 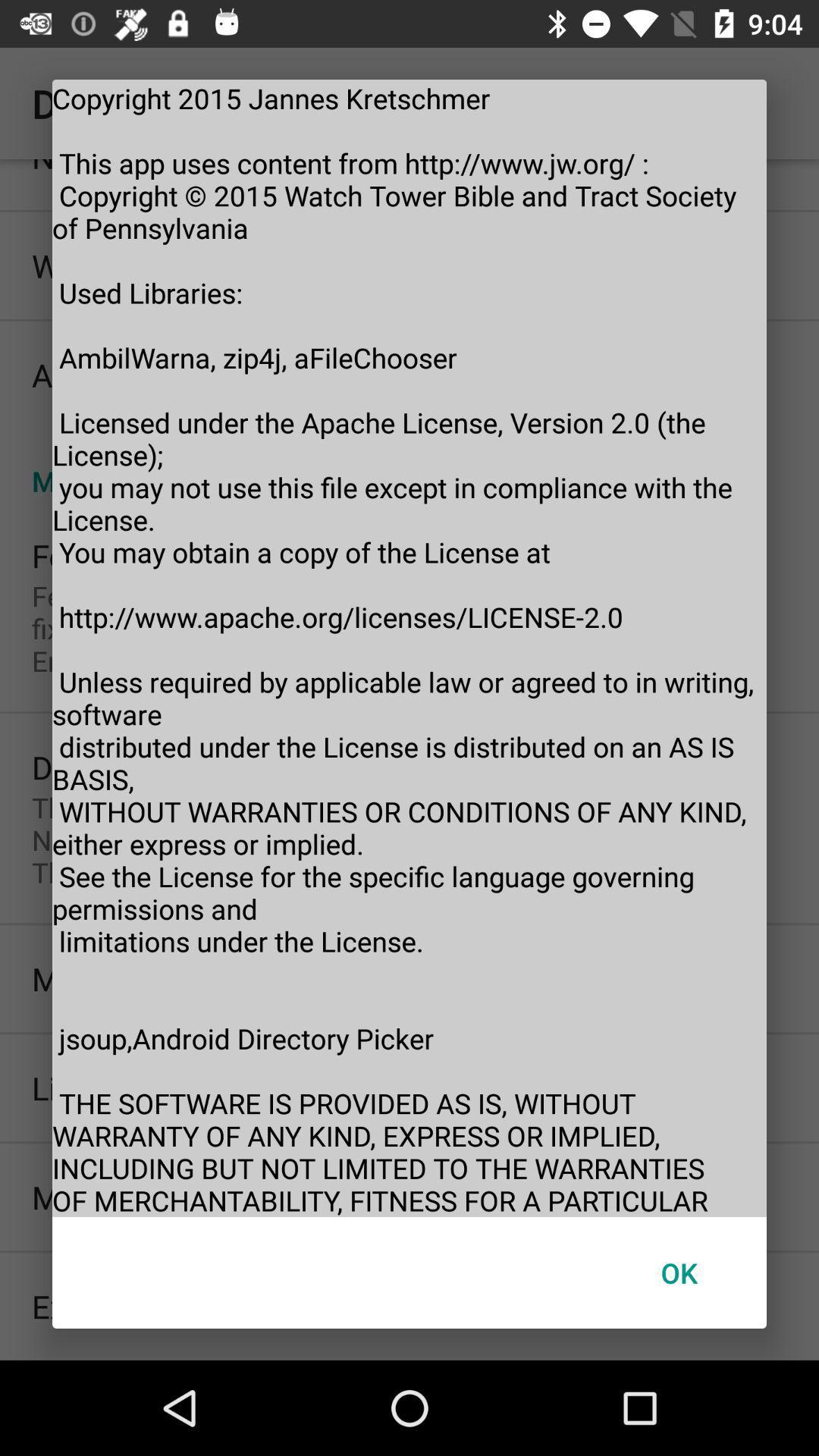 What do you see at coordinates (678, 1272) in the screenshot?
I see `the item at the bottom right corner` at bounding box center [678, 1272].